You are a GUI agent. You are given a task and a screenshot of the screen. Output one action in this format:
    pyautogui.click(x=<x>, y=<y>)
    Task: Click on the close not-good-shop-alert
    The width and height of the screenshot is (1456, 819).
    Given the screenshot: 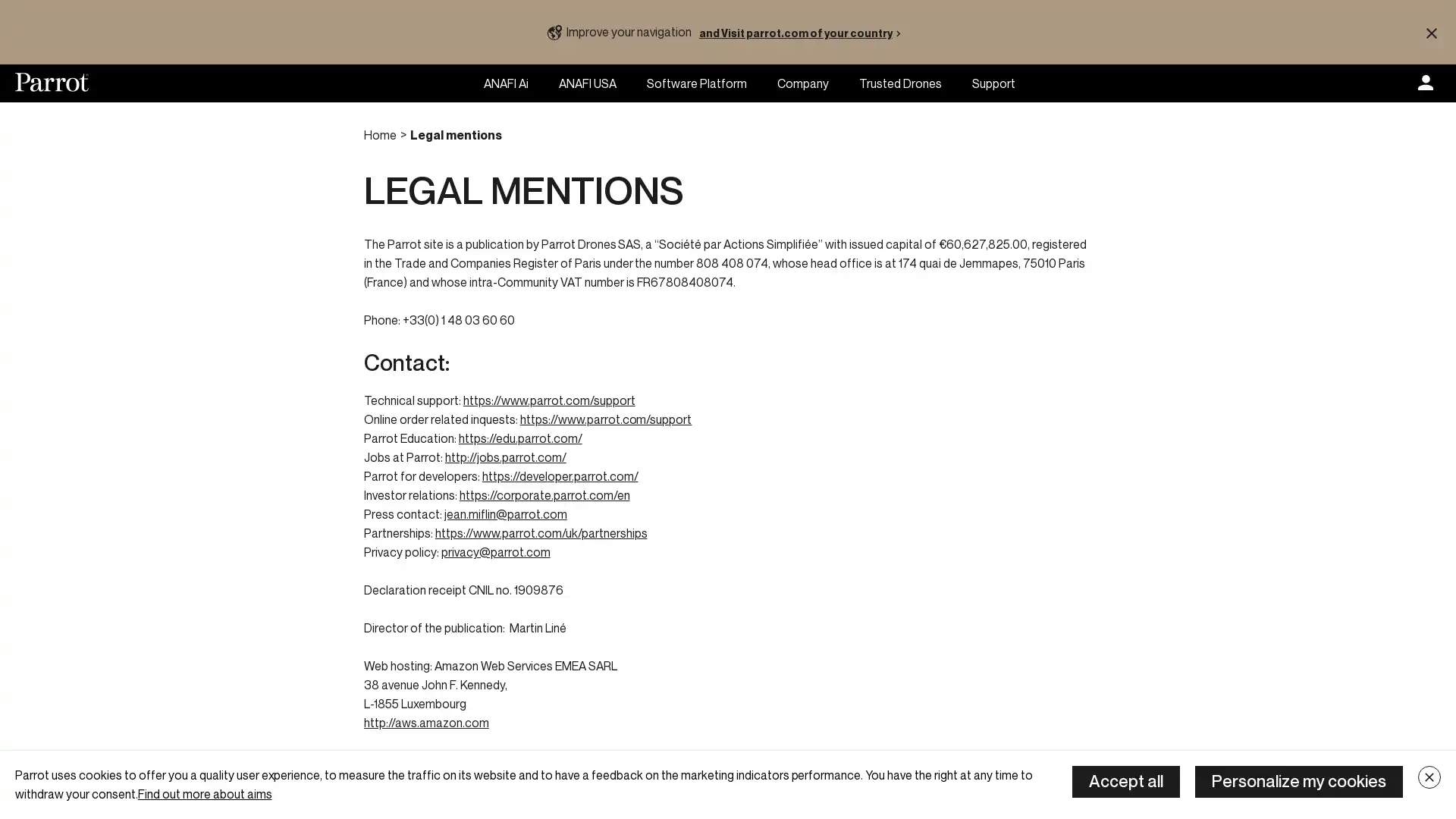 What is the action you would take?
    pyautogui.click(x=1430, y=32)
    